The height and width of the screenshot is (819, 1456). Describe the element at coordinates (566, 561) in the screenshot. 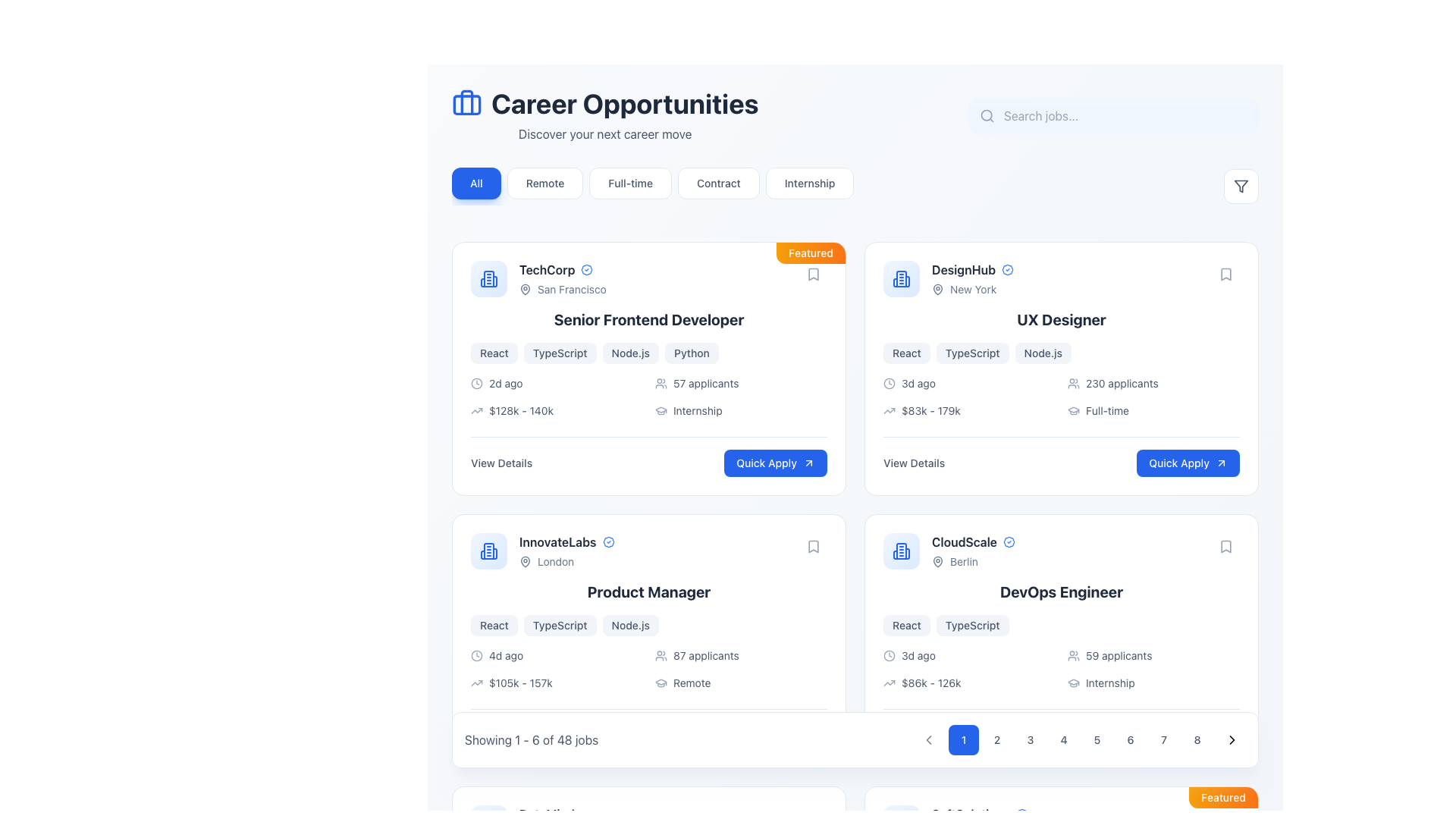

I see `the text label displaying 'London', which is styled in small gray font and positioned under the job title and company name within the job listing card` at that location.